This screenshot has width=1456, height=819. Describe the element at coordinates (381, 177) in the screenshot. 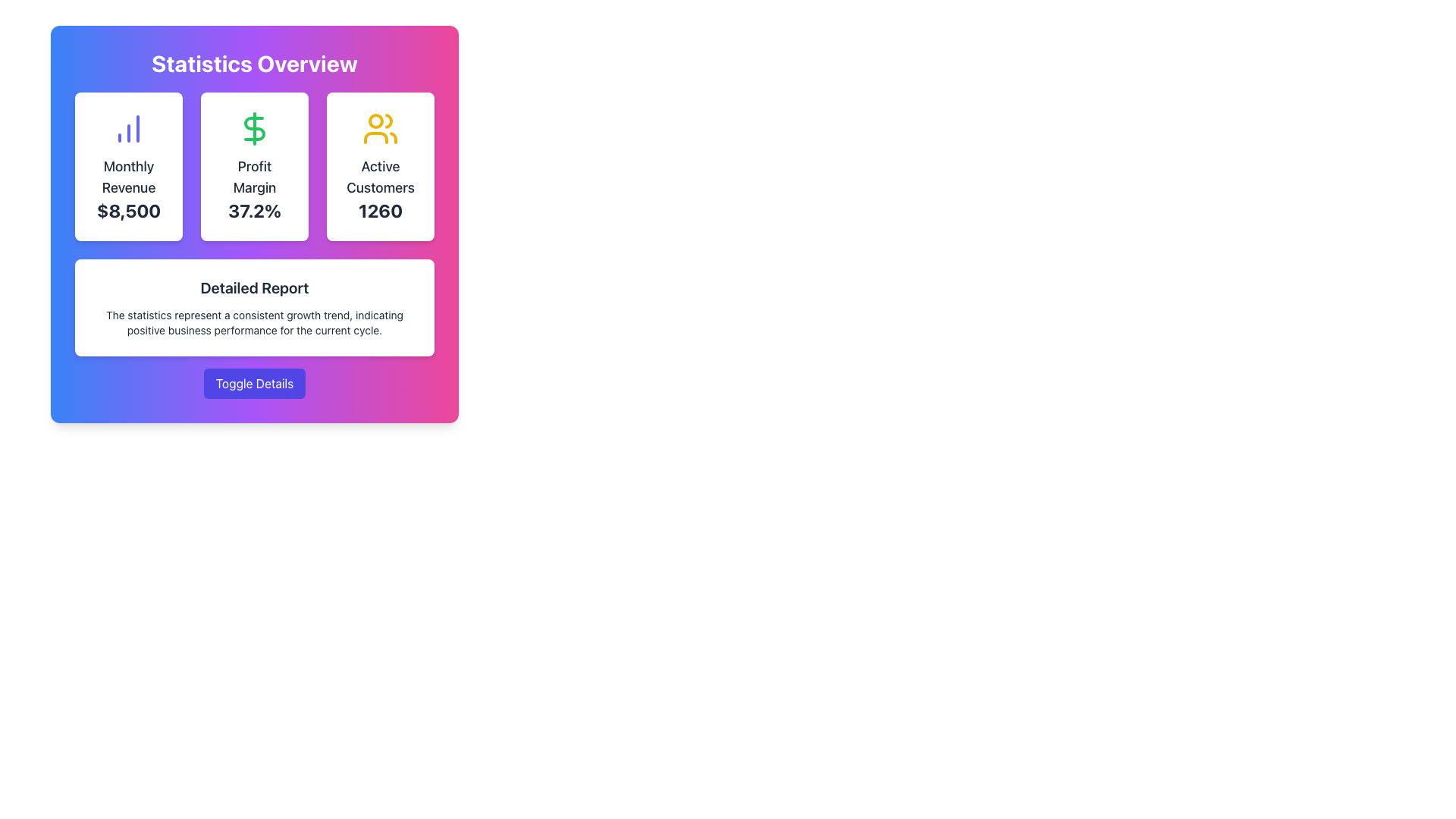

I see `the Text label in the third card under 'Statistics Overview', which provides context for the numerical value below it` at that location.